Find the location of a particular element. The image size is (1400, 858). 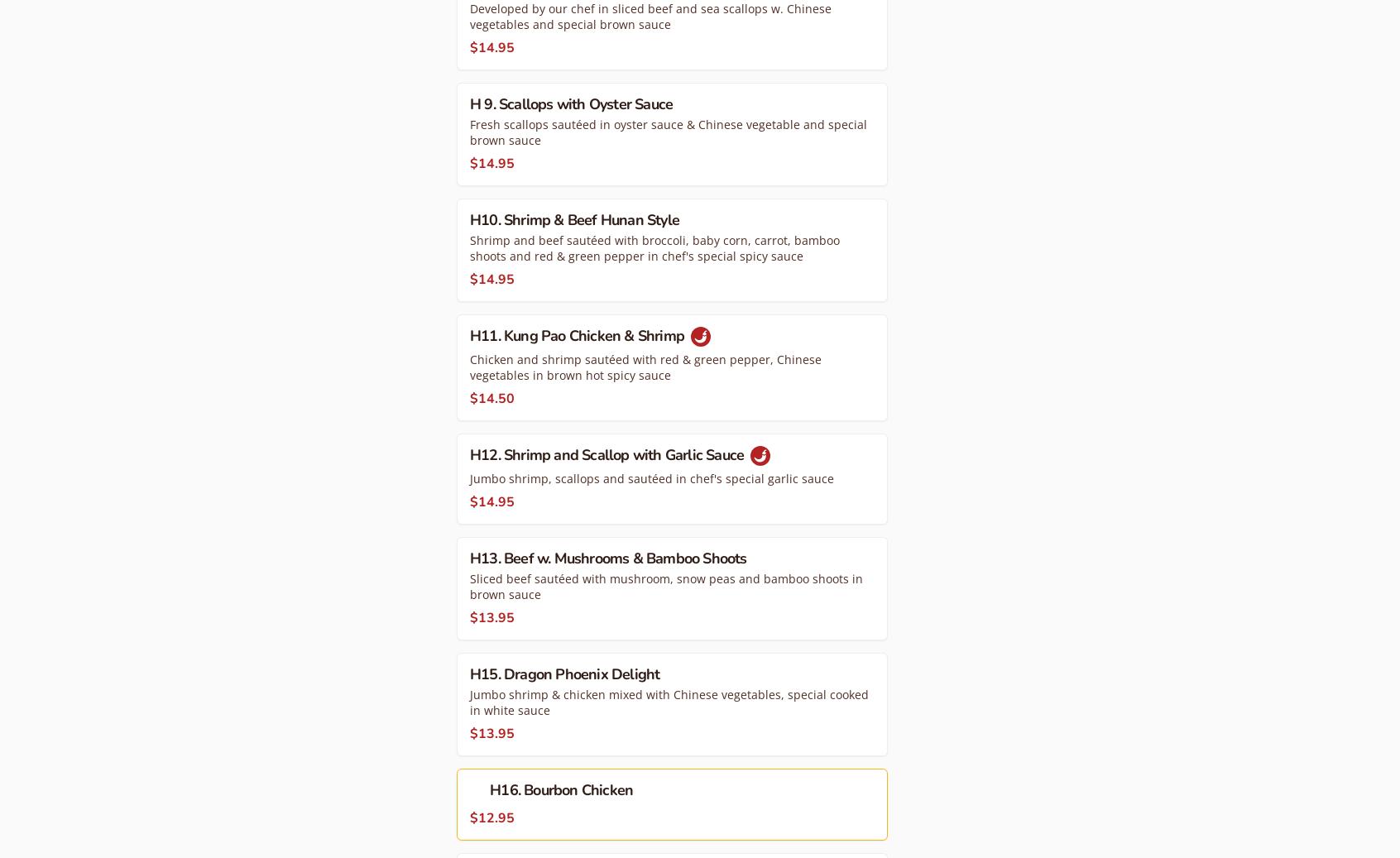

'H16. Bourbon Chicken' is located at coordinates (561, 789).